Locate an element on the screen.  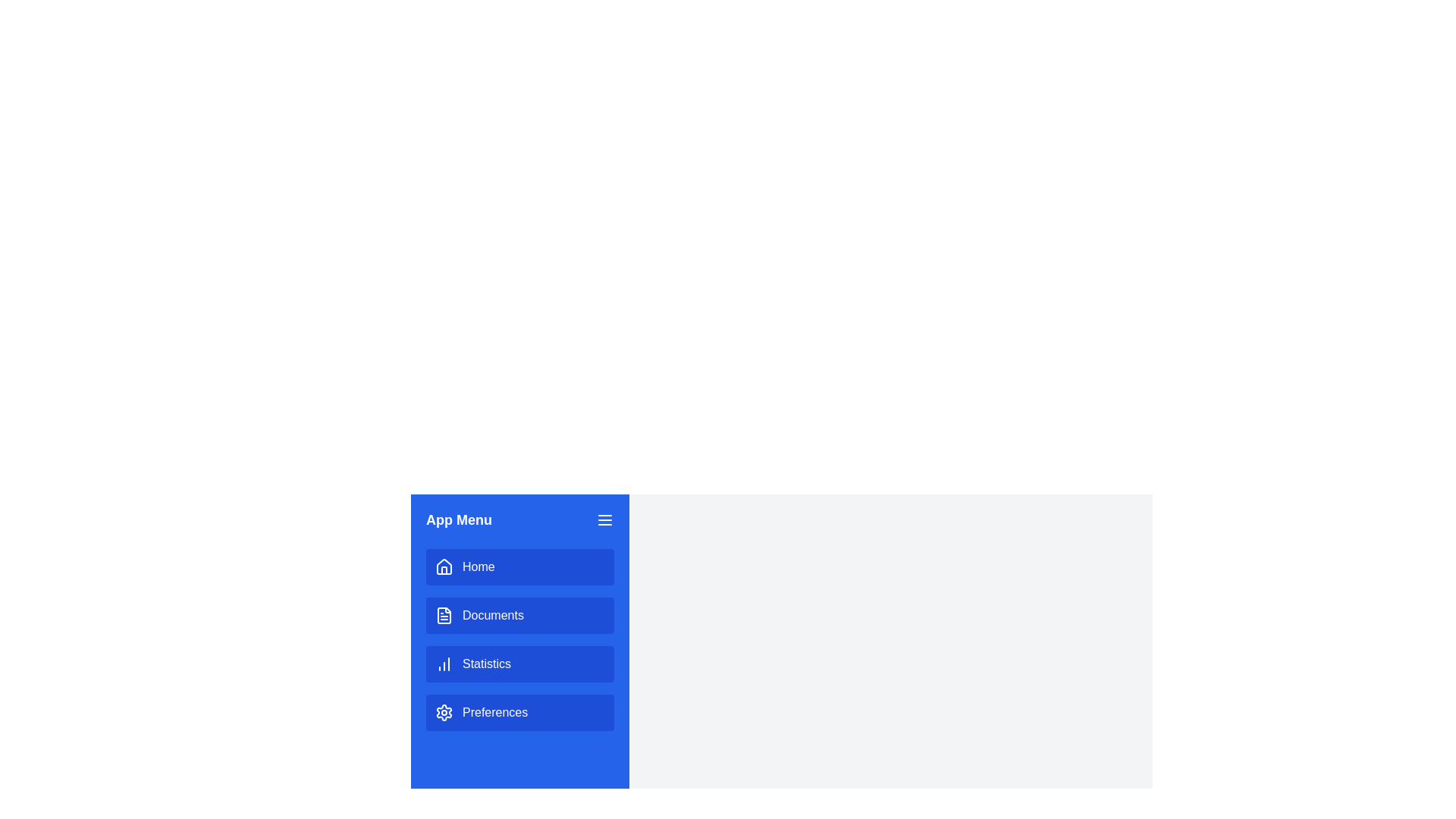
the 'Statistics' menu option is located at coordinates (520, 663).